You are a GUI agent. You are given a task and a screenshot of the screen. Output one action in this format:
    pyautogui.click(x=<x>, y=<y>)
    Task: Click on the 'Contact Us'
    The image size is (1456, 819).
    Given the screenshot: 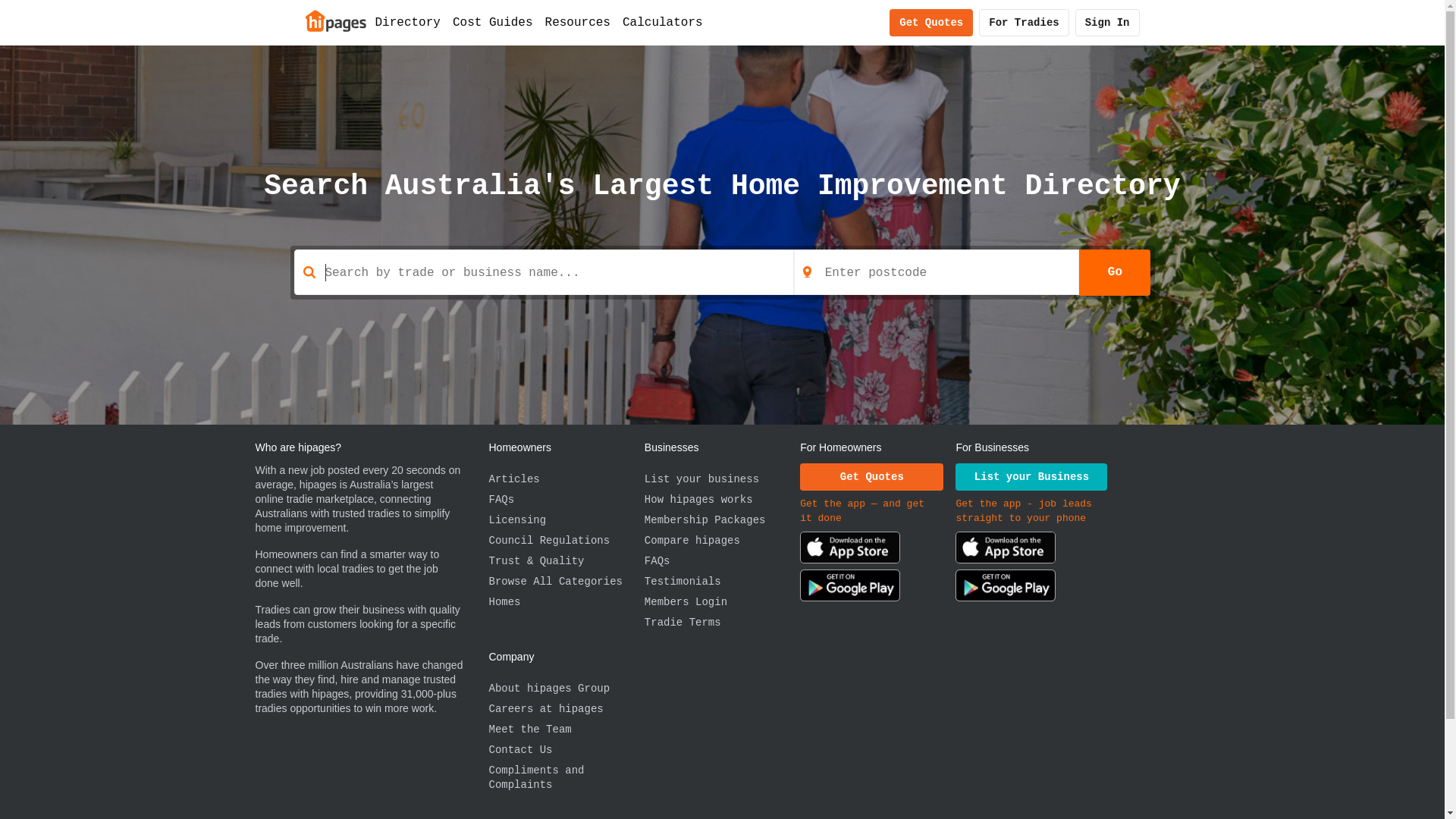 What is the action you would take?
    pyautogui.click(x=488, y=749)
    